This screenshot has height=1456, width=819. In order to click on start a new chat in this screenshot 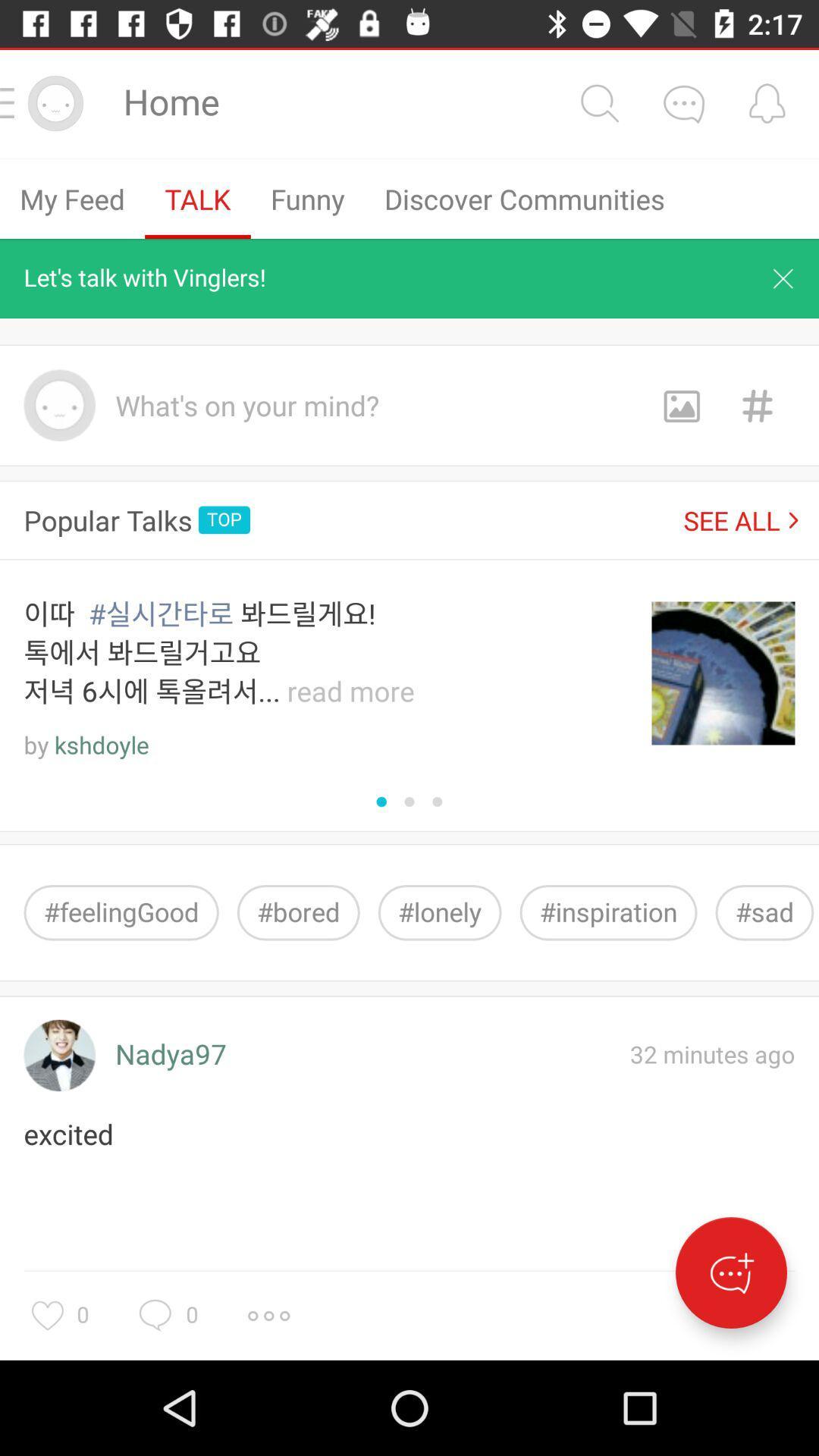, I will do `click(730, 1272)`.